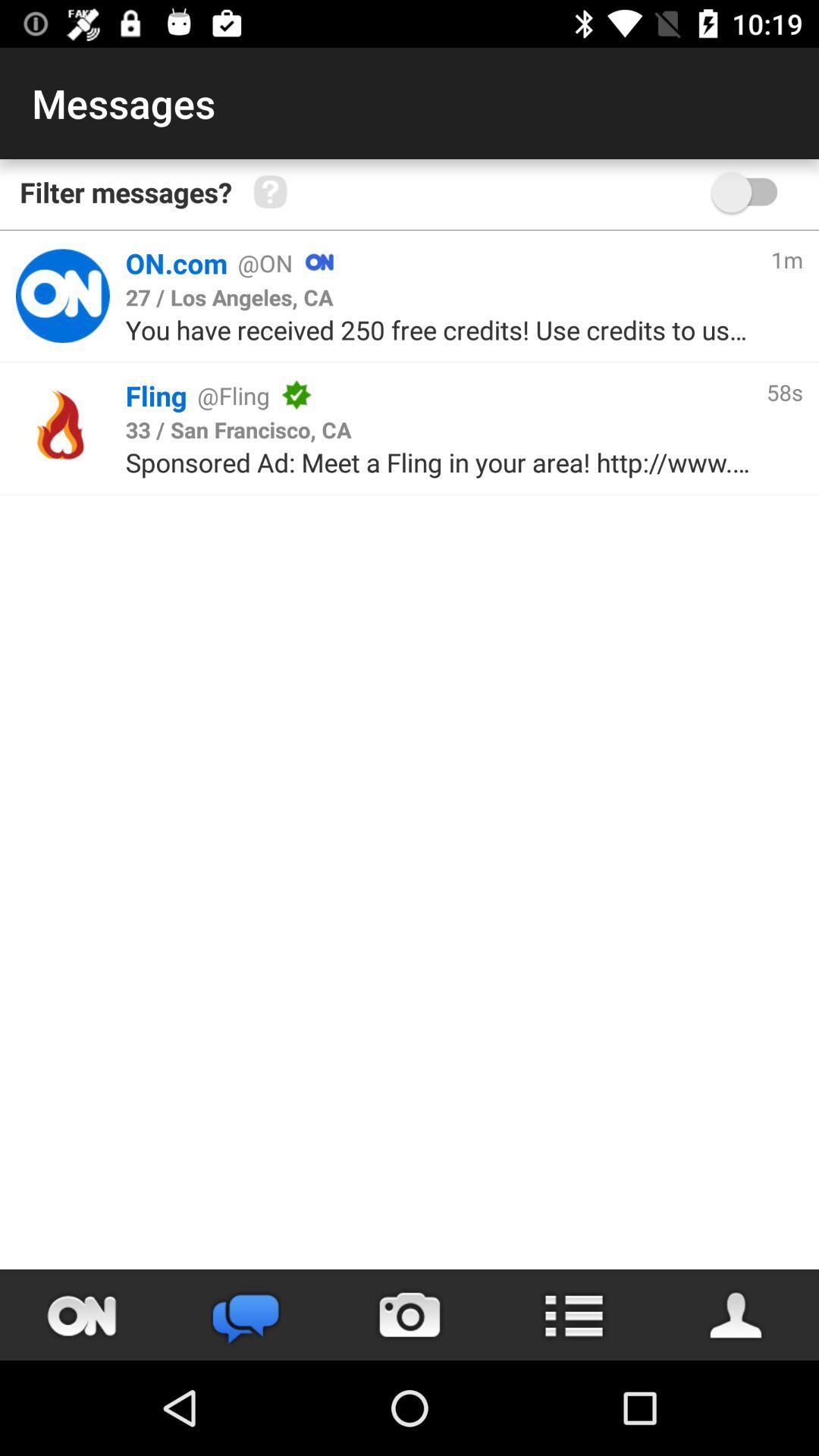  I want to click on the item below the 33 san francisco item, so click(438, 461).